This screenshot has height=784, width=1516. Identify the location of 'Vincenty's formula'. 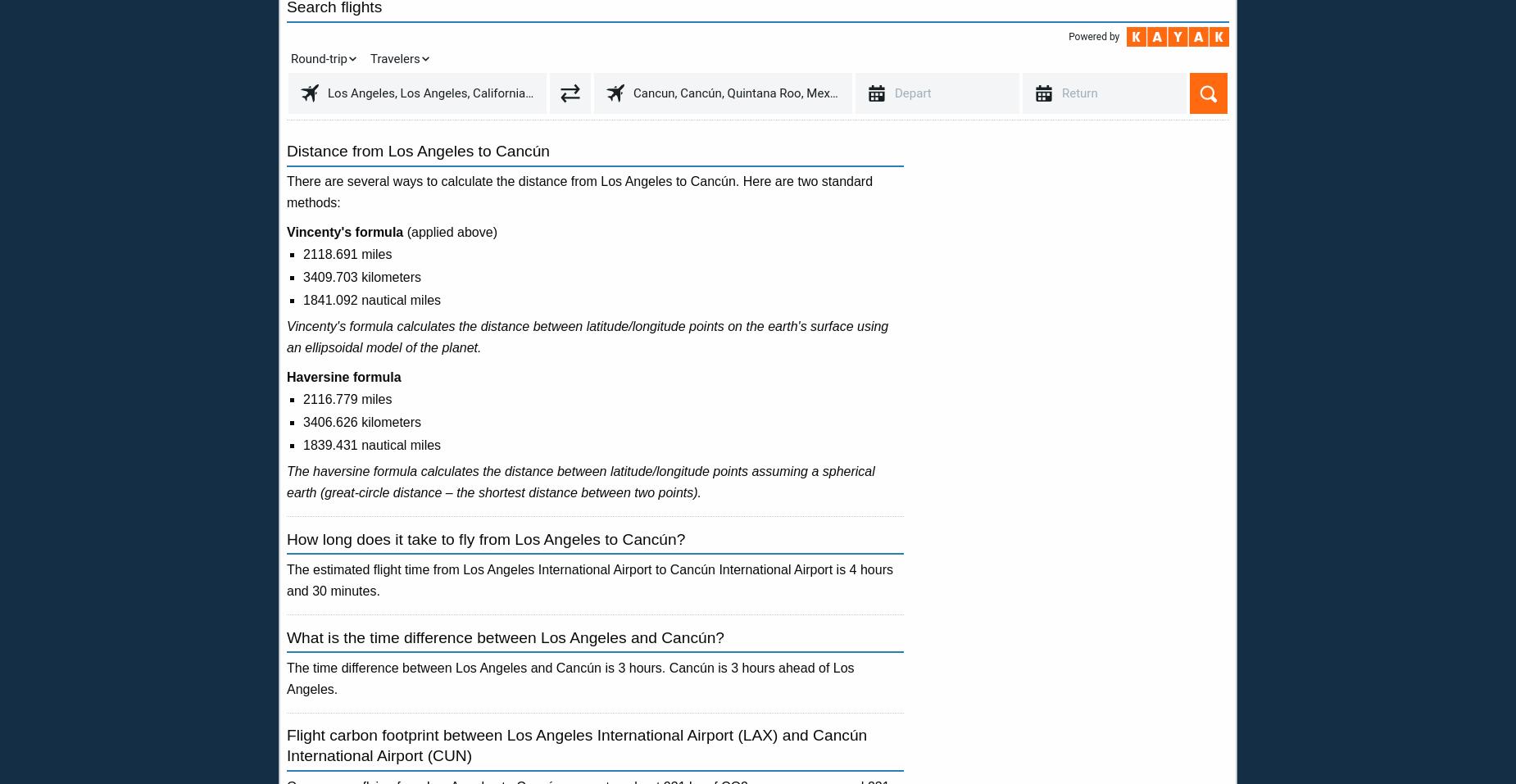
(344, 231).